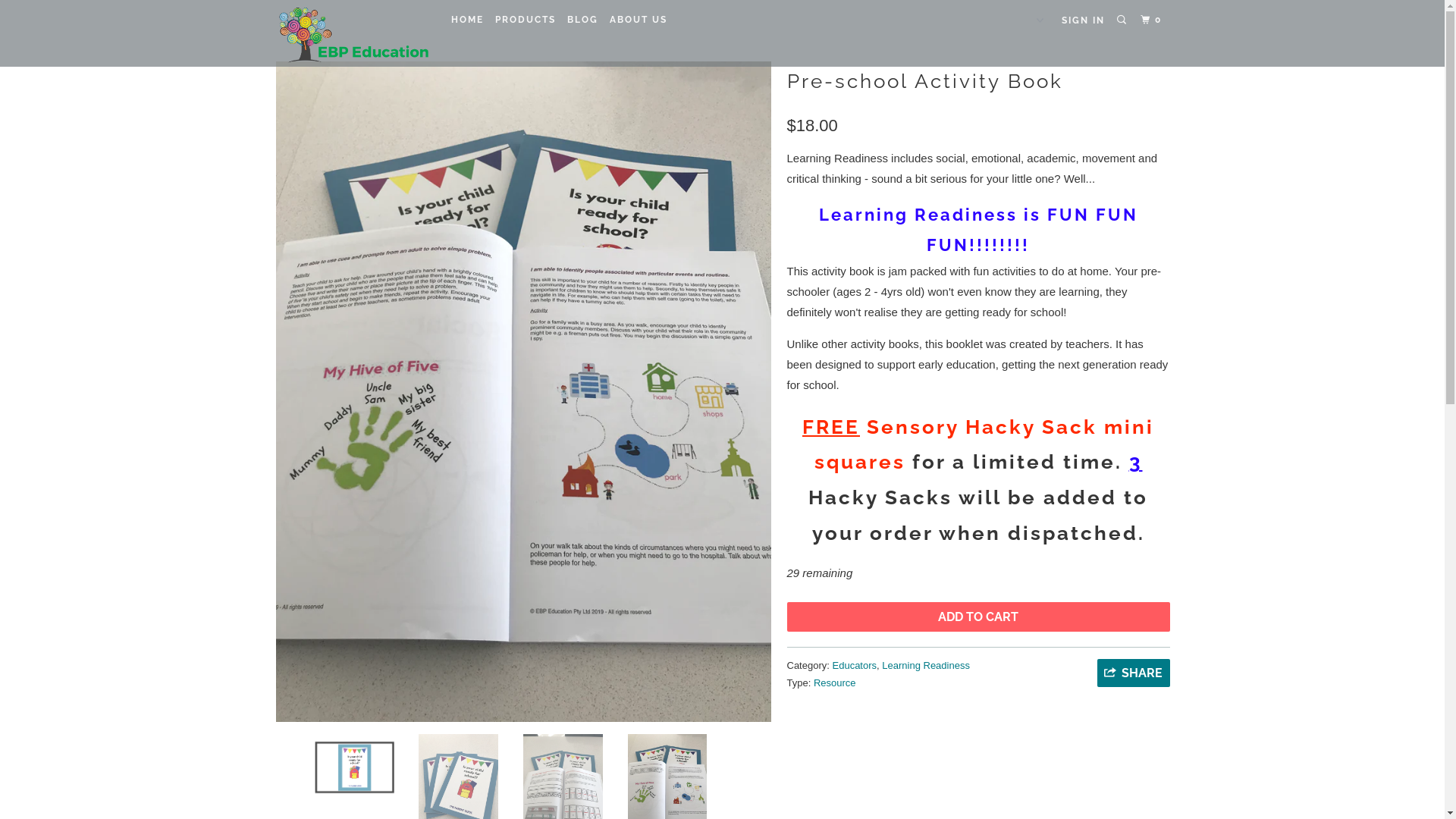  Describe the element at coordinates (466, 20) in the screenshot. I see `'HOME'` at that location.